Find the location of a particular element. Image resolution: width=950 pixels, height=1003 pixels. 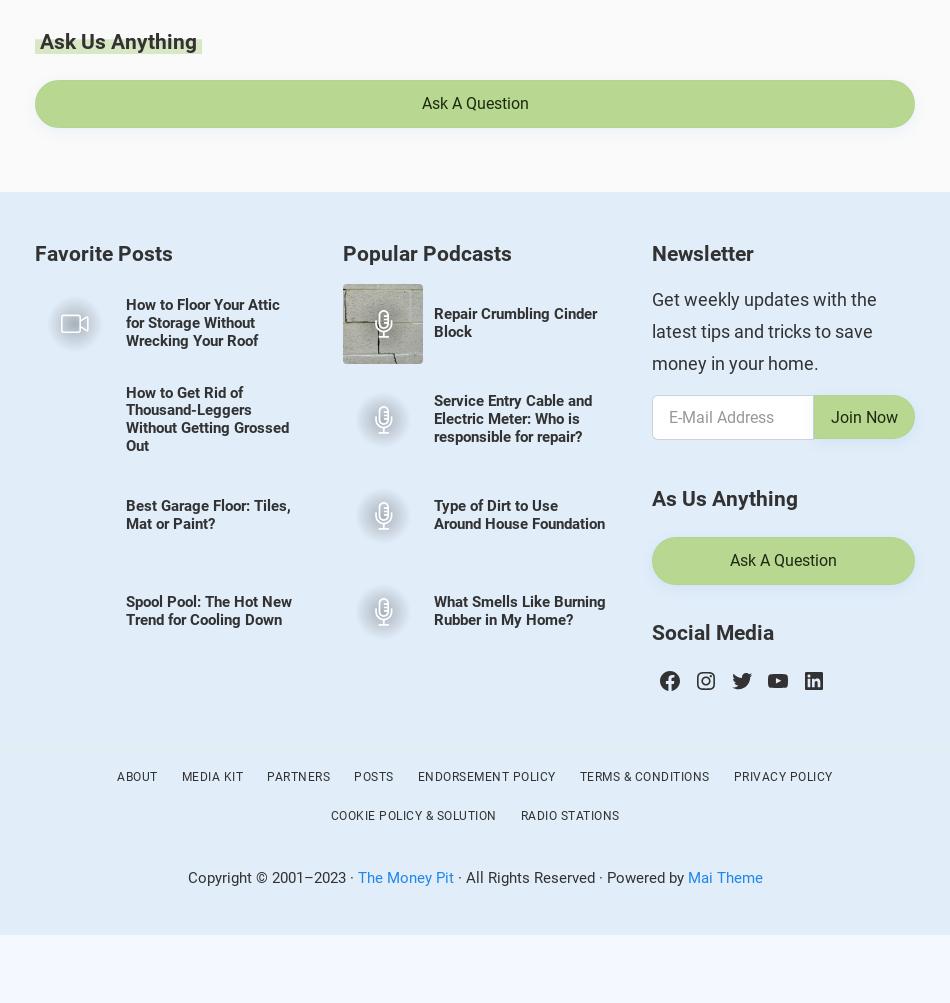

'Newsletter' is located at coordinates (701, 253).